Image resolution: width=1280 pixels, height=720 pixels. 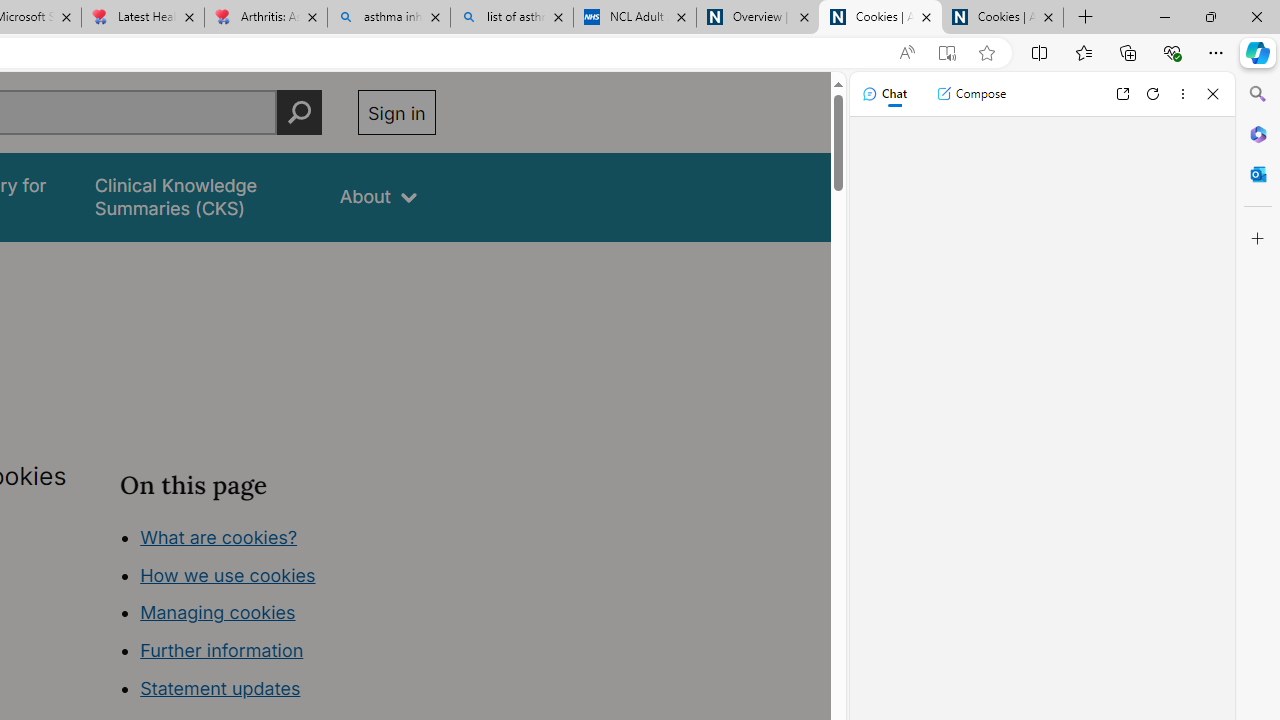 What do you see at coordinates (298, 112) in the screenshot?
I see `'Perform search'` at bounding box center [298, 112].